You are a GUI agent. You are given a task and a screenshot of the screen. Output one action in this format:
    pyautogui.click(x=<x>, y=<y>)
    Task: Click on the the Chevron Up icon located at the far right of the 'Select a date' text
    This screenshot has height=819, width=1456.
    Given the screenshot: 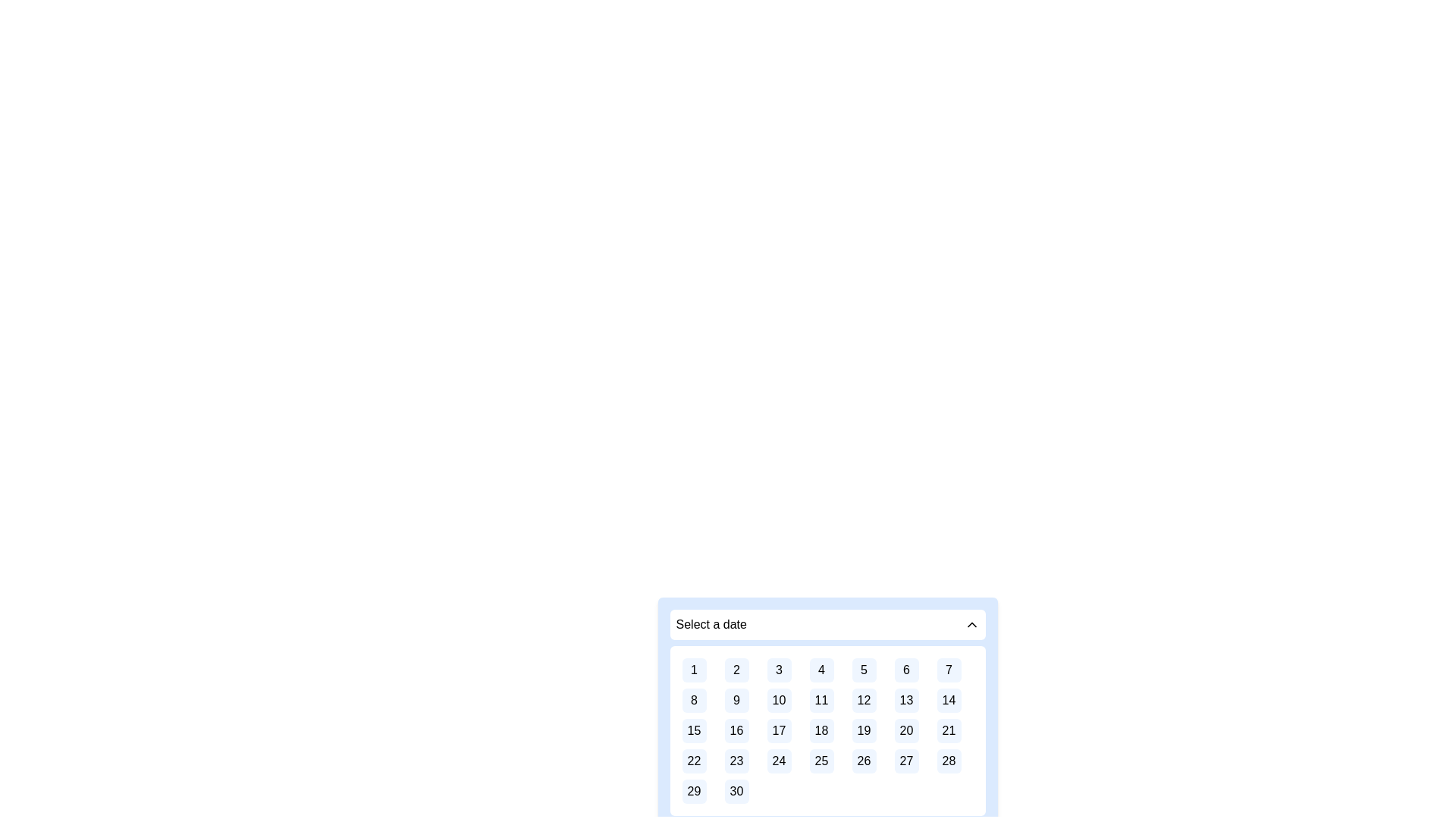 What is the action you would take?
    pyautogui.click(x=971, y=625)
    